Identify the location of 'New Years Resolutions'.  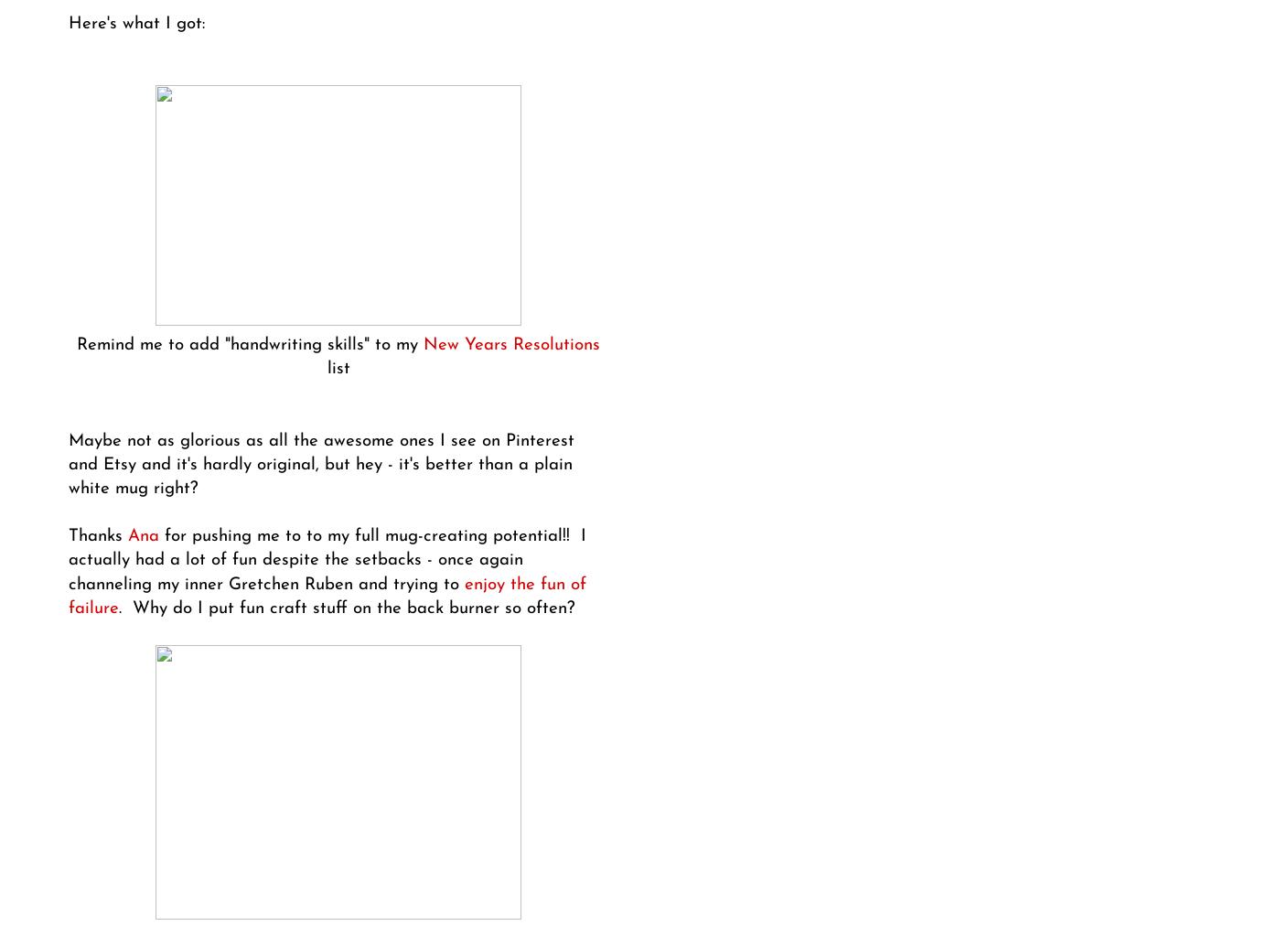
(510, 343).